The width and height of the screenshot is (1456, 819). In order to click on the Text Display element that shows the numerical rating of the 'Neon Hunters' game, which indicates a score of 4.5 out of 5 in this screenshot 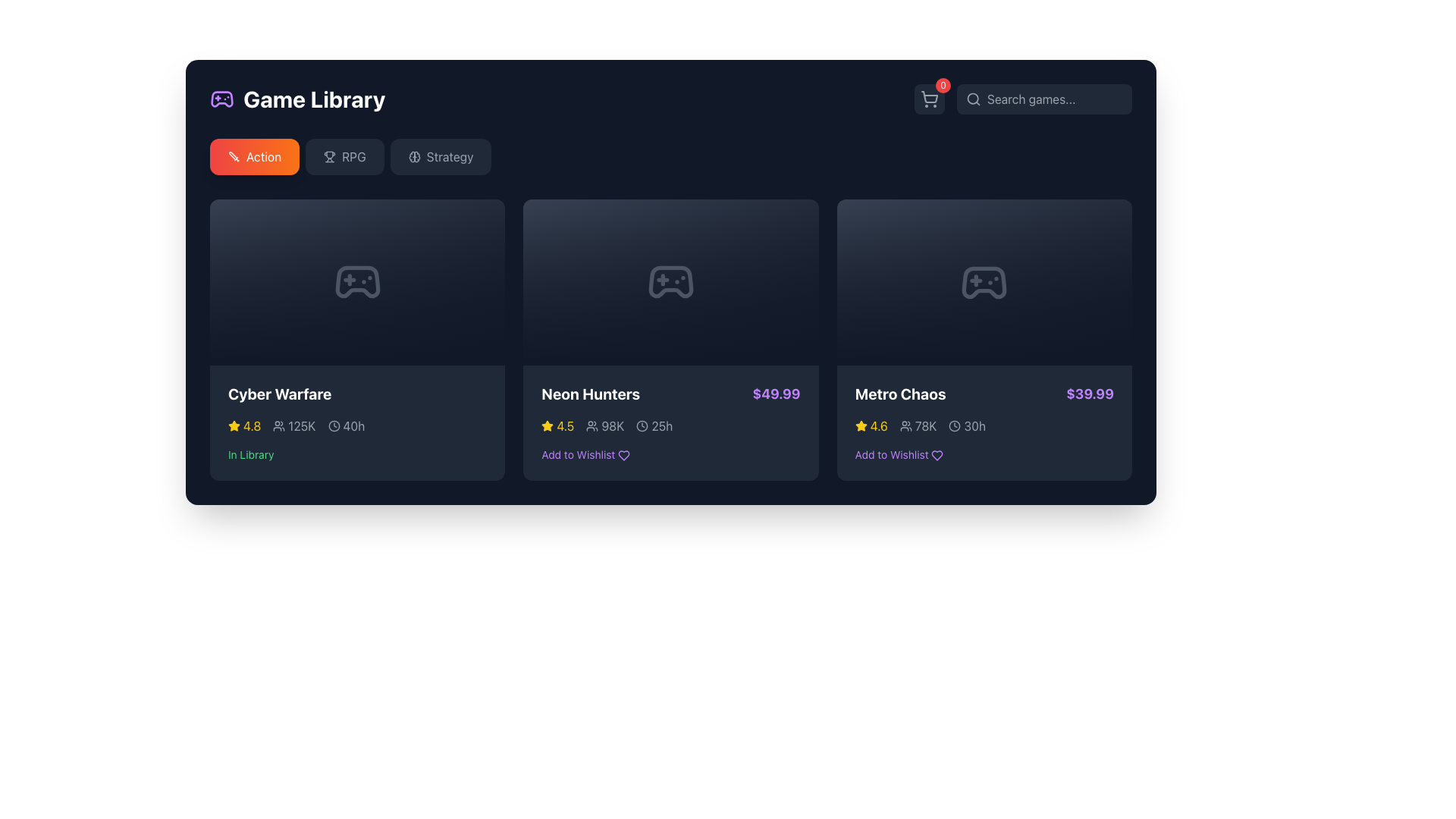, I will do `click(564, 426)`.